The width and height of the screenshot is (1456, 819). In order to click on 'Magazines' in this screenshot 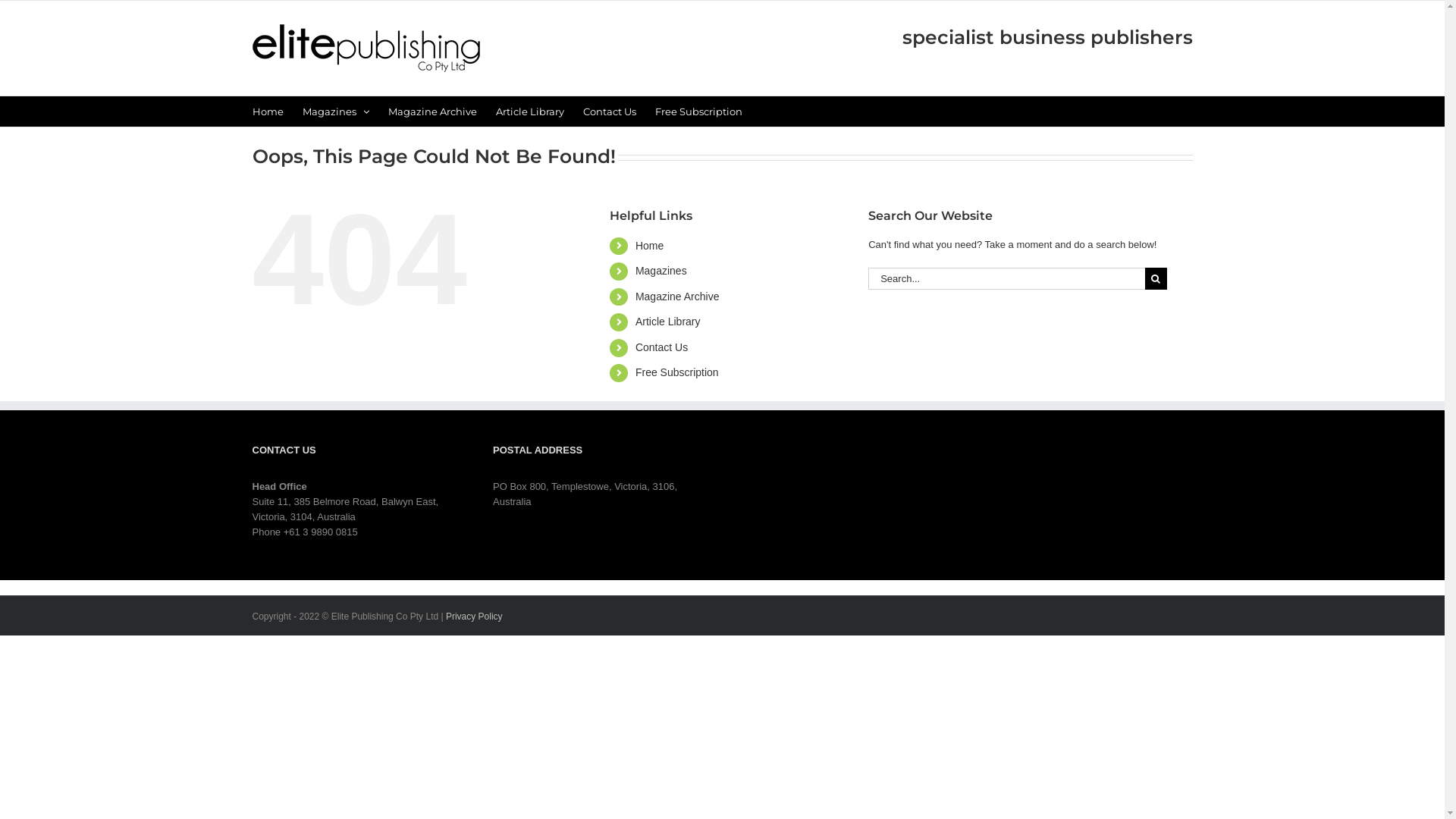, I will do `click(661, 270)`.